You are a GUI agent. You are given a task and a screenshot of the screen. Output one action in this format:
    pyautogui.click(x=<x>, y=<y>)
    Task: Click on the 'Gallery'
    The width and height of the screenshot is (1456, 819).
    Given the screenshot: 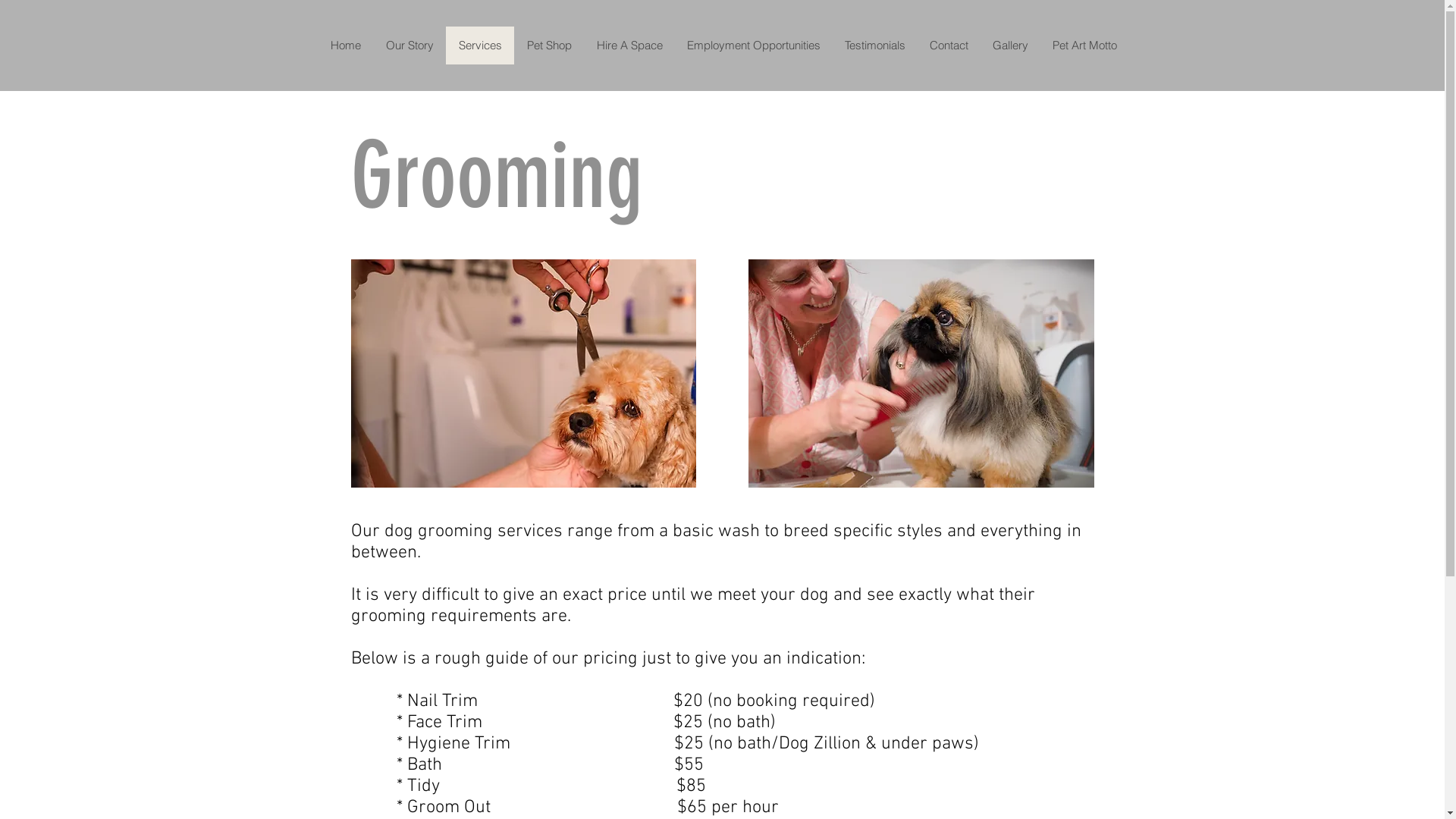 What is the action you would take?
    pyautogui.click(x=979, y=45)
    